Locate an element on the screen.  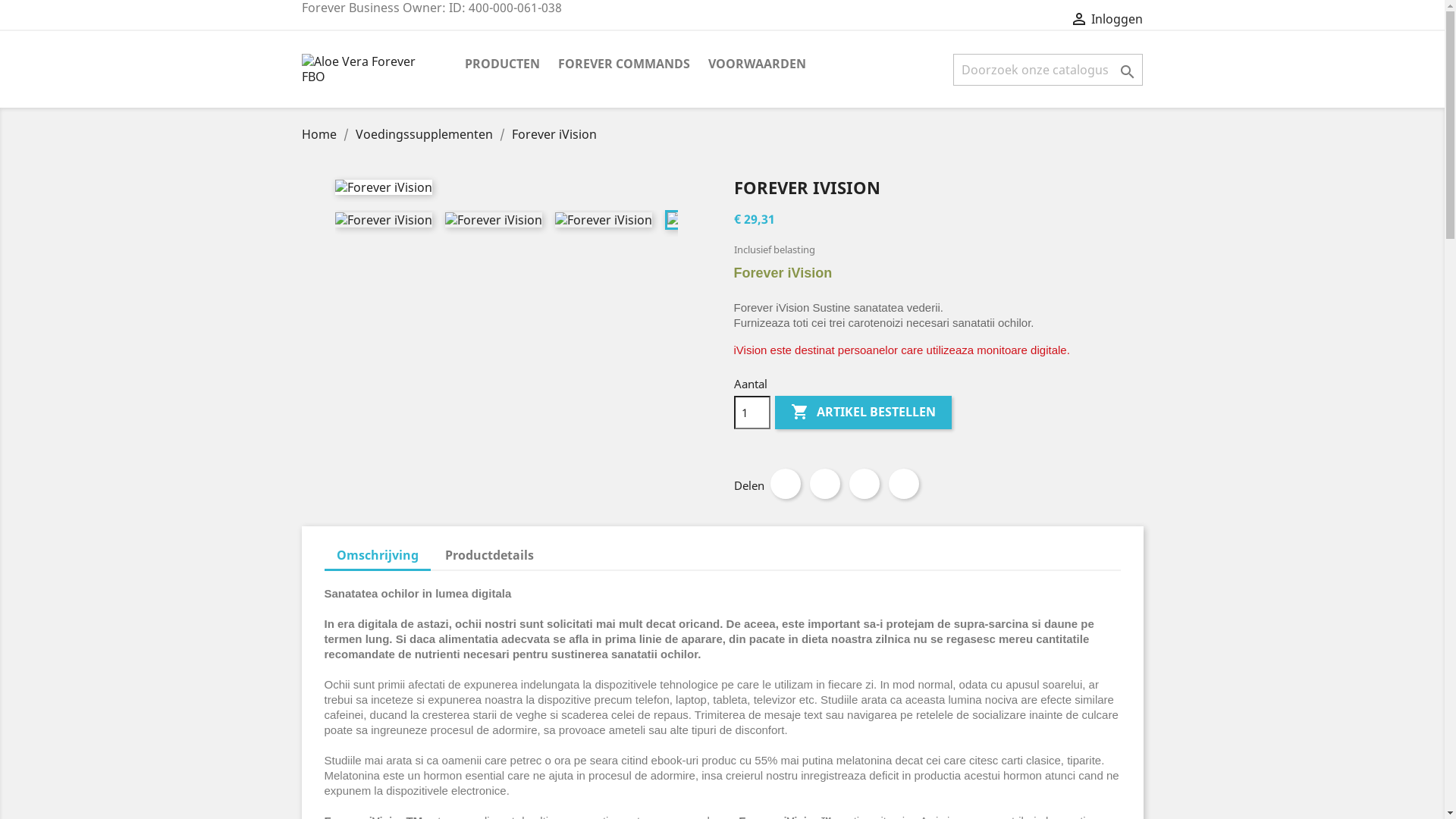
'Productdetails' is located at coordinates (489, 555).